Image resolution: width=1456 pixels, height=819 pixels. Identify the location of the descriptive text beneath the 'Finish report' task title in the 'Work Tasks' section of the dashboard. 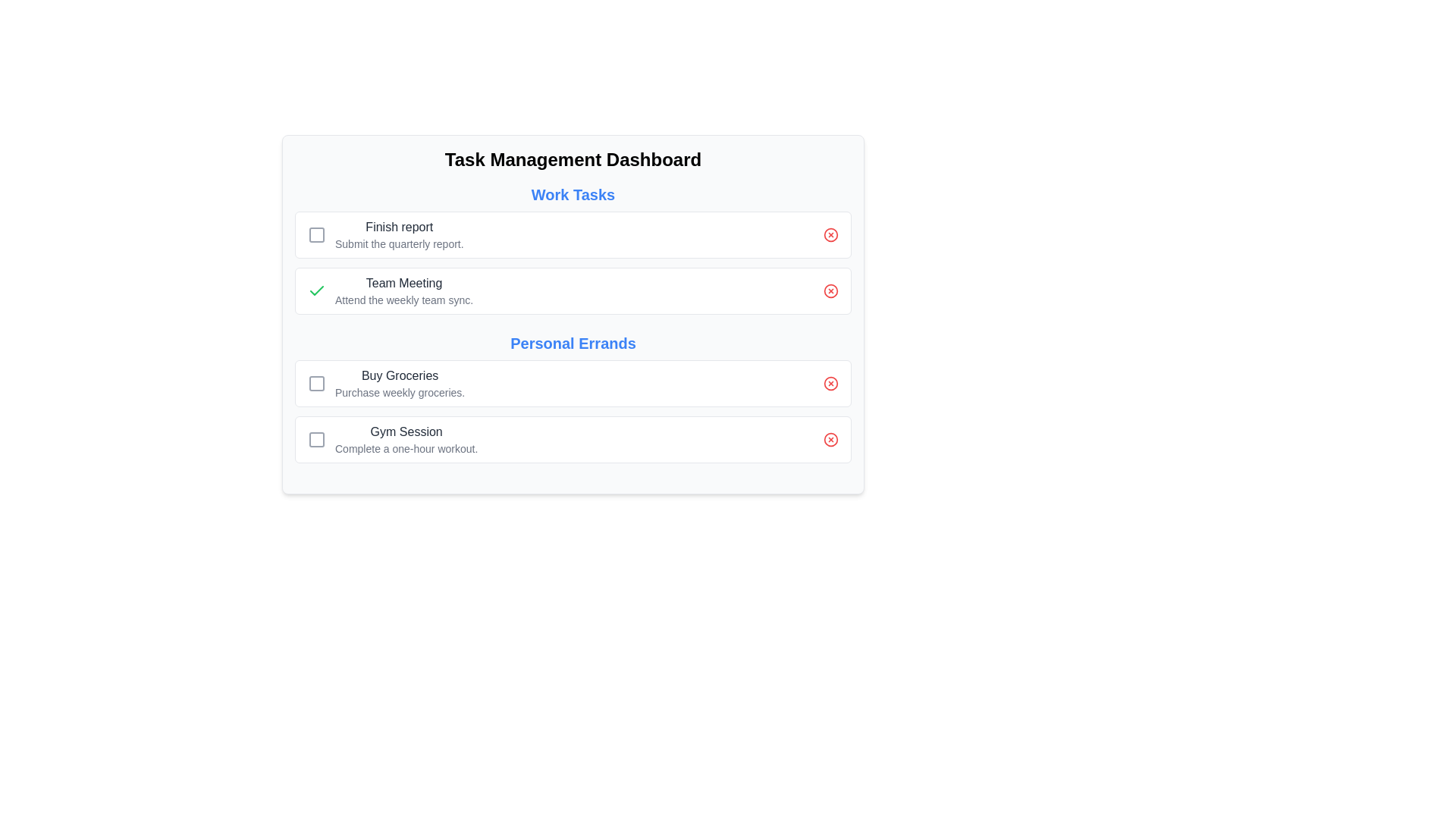
(399, 243).